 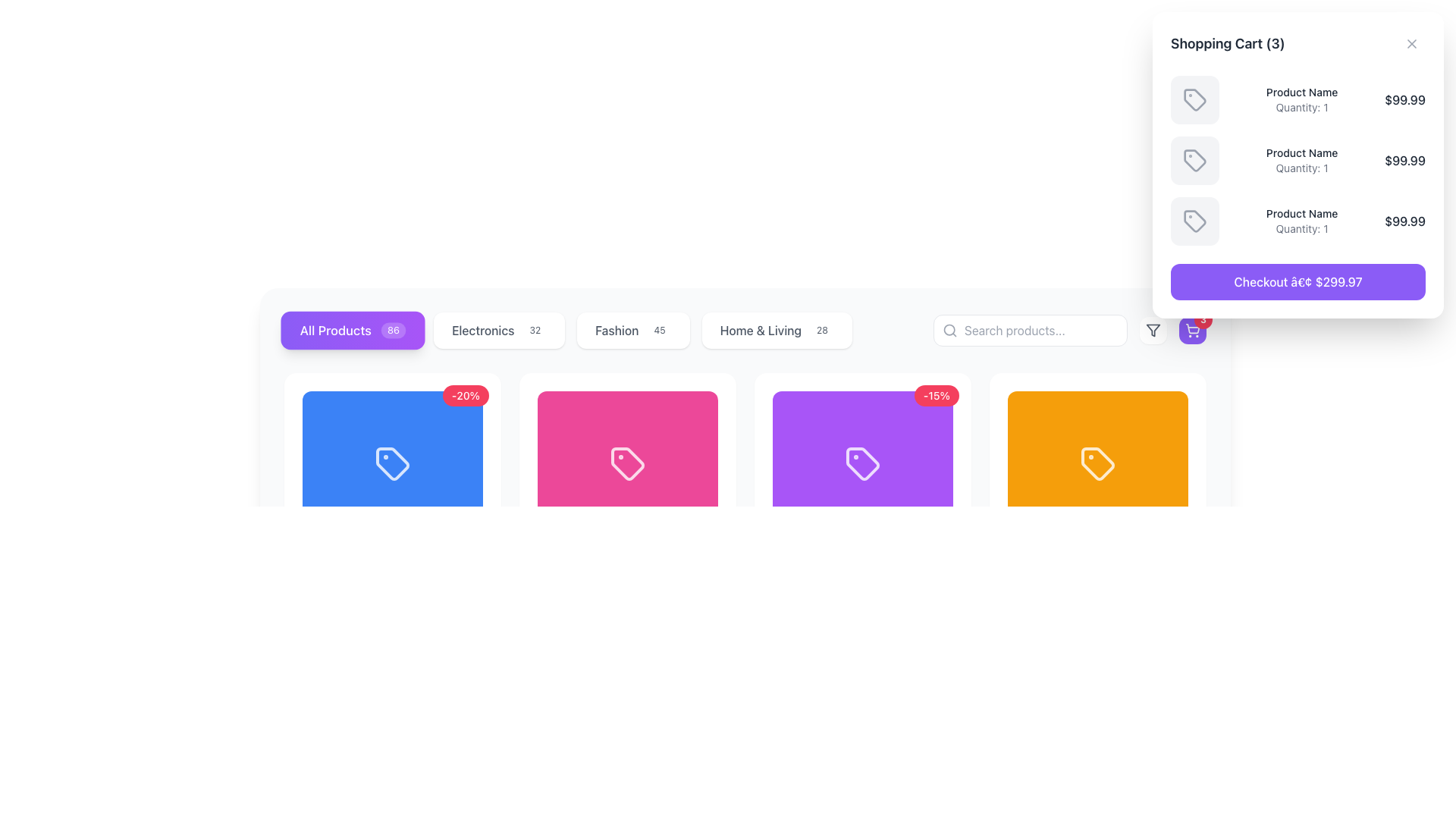 What do you see at coordinates (628, 511) in the screenshot?
I see `the Designer Watch Product Card, which is the second item from the left in a 4-column grid layout` at bounding box center [628, 511].